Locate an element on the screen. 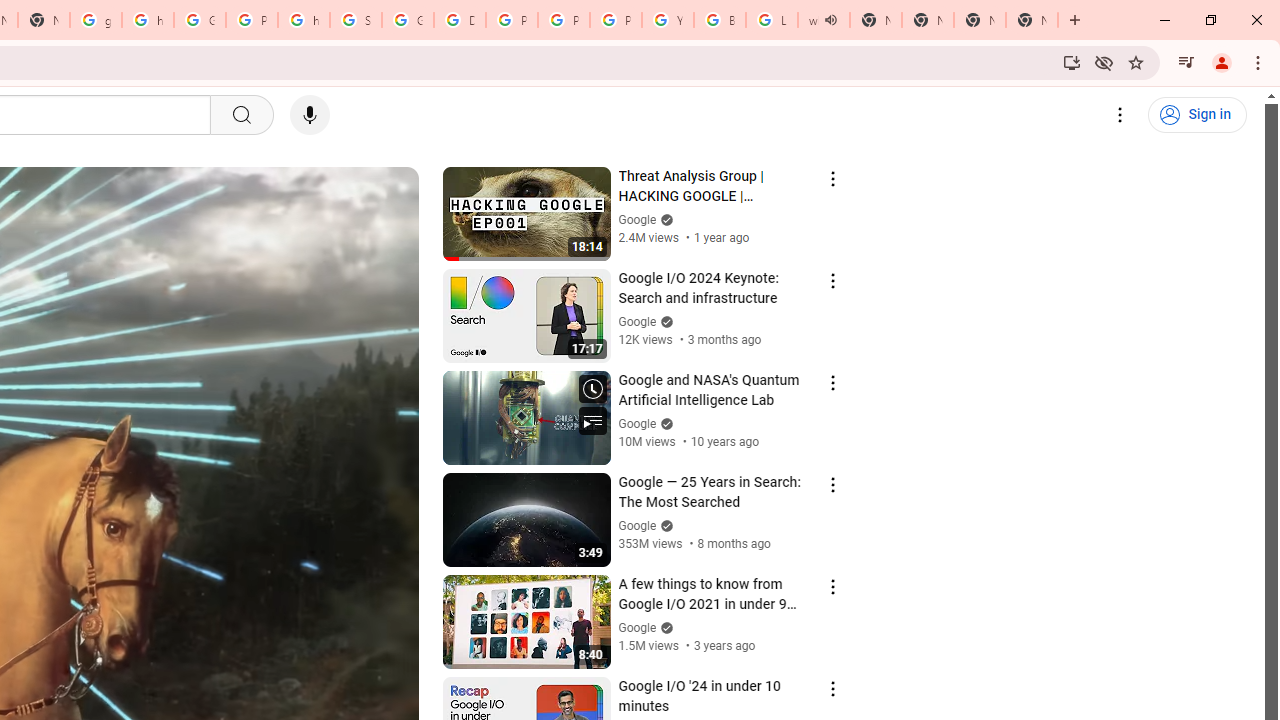 Image resolution: width=1280 pixels, height=720 pixels. 'New Tab' is located at coordinates (979, 20).